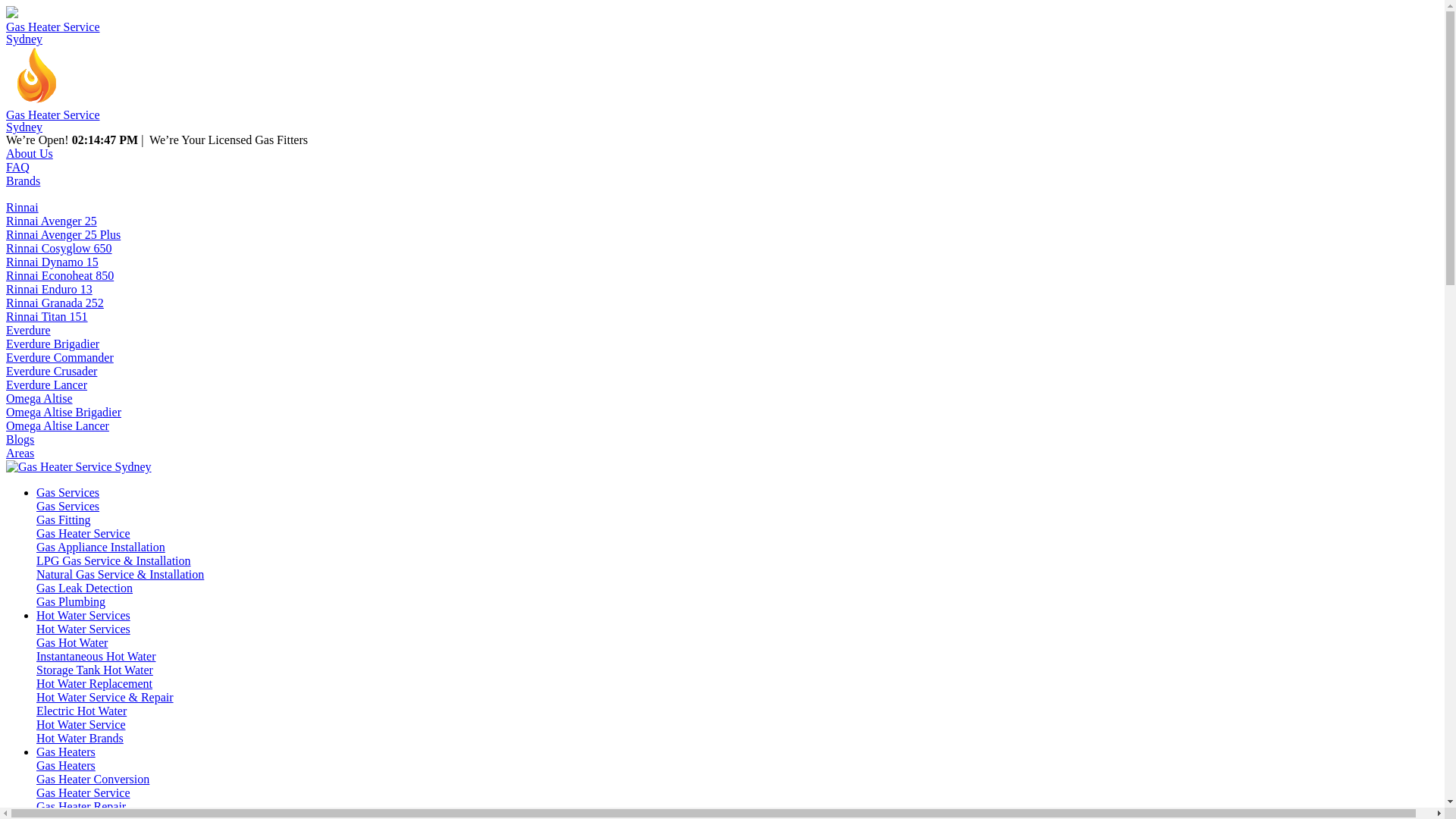  I want to click on 'Omega Altise Lancer', so click(58, 425).